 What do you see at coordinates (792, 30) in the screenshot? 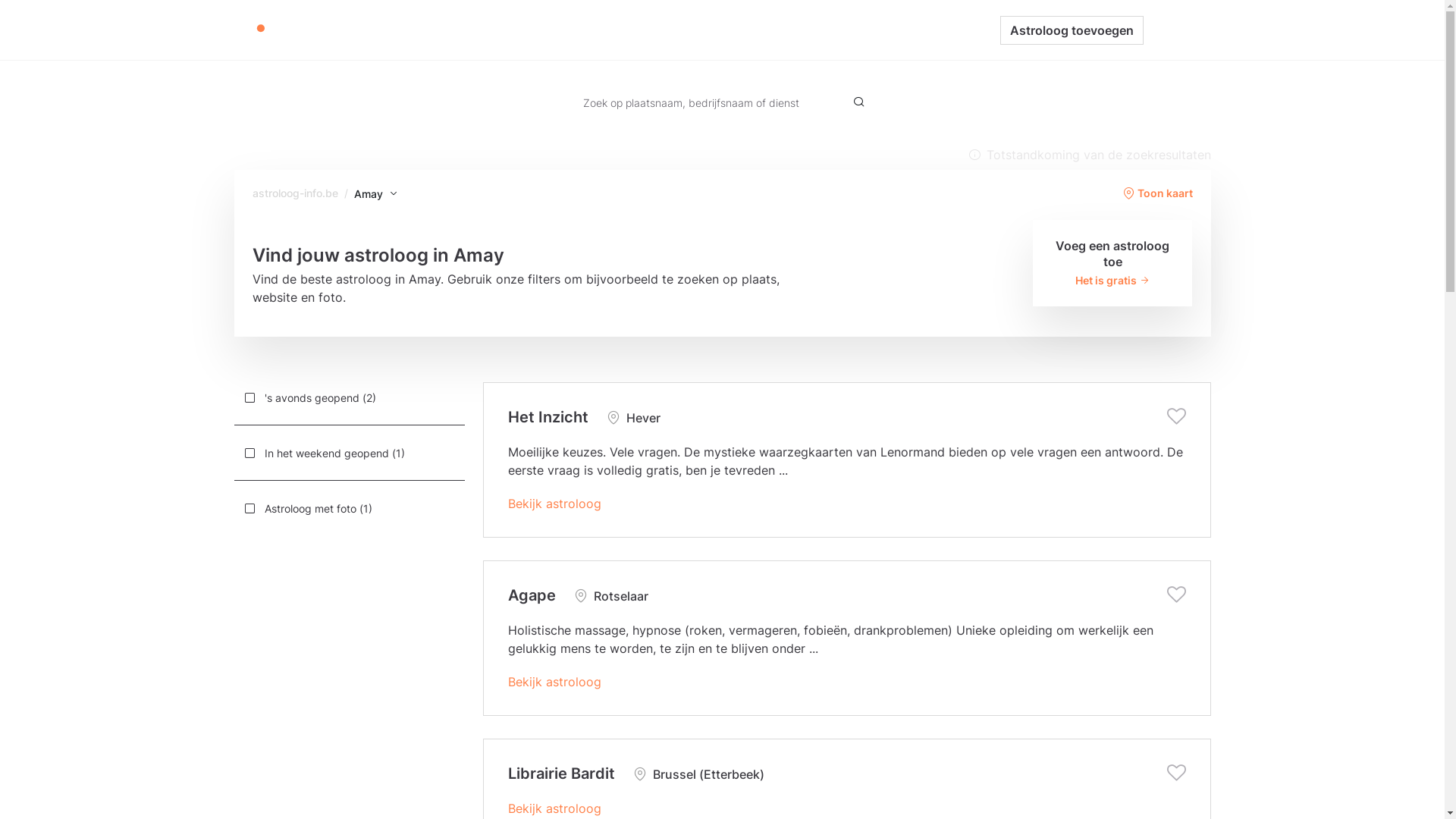
I see `'Vraagbaak'` at bounding box center [792, 30].